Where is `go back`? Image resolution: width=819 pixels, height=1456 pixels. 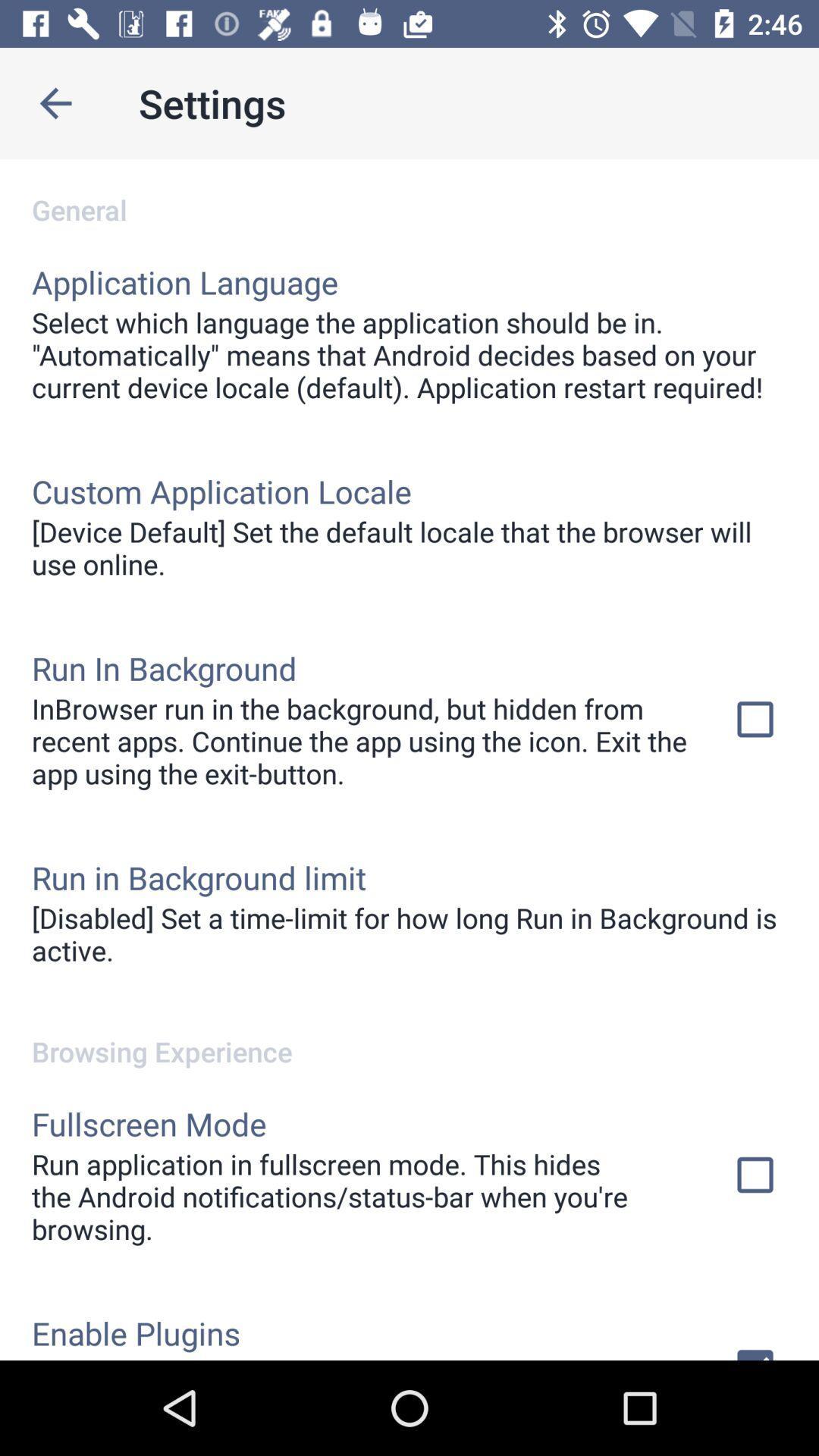
go back is located at coordinates (55, 102).